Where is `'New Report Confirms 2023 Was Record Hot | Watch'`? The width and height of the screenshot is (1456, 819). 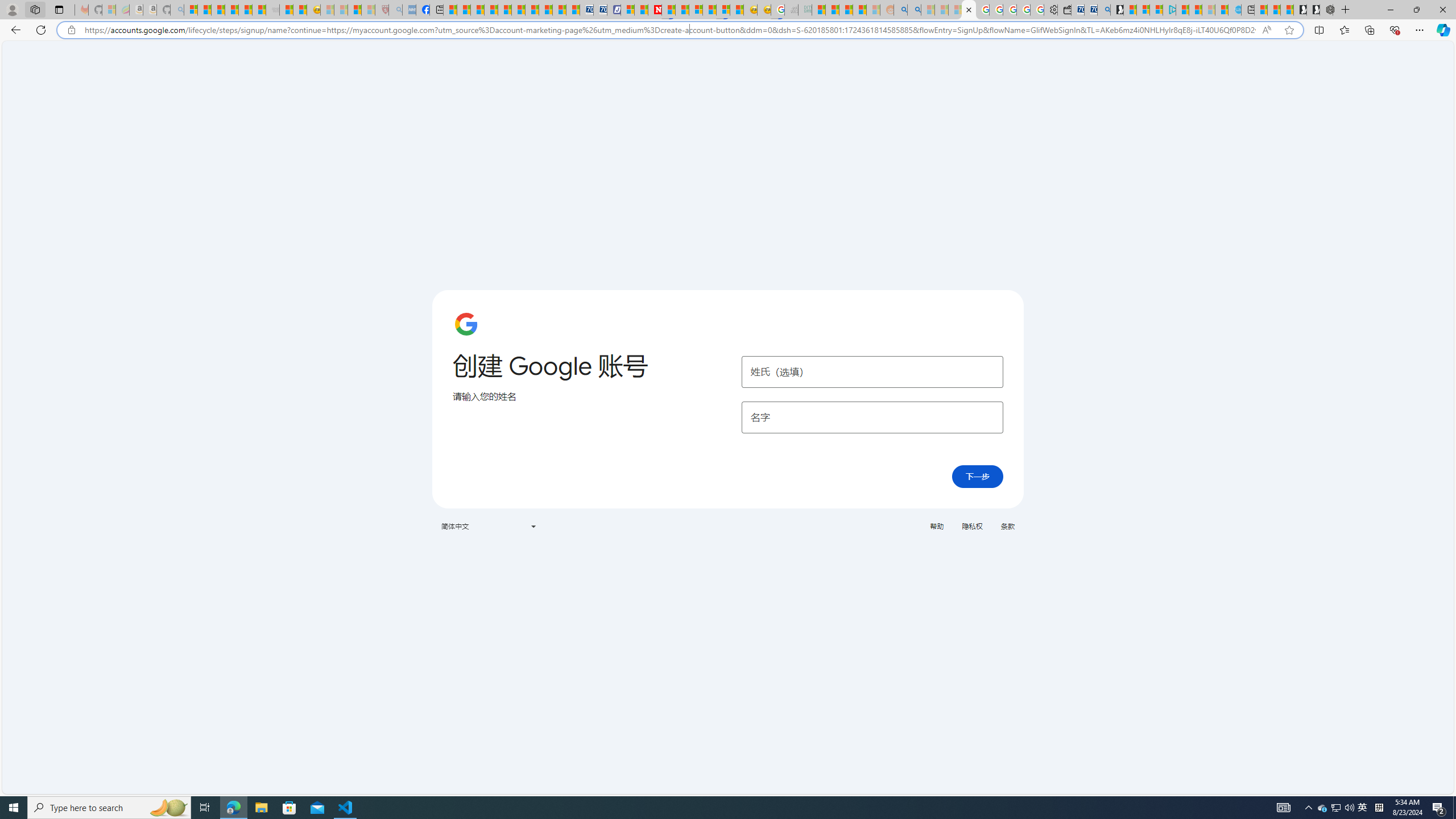 'New Report Confirms 2023 Was Record Hot | Watch' is located at coordinates (246, 9).